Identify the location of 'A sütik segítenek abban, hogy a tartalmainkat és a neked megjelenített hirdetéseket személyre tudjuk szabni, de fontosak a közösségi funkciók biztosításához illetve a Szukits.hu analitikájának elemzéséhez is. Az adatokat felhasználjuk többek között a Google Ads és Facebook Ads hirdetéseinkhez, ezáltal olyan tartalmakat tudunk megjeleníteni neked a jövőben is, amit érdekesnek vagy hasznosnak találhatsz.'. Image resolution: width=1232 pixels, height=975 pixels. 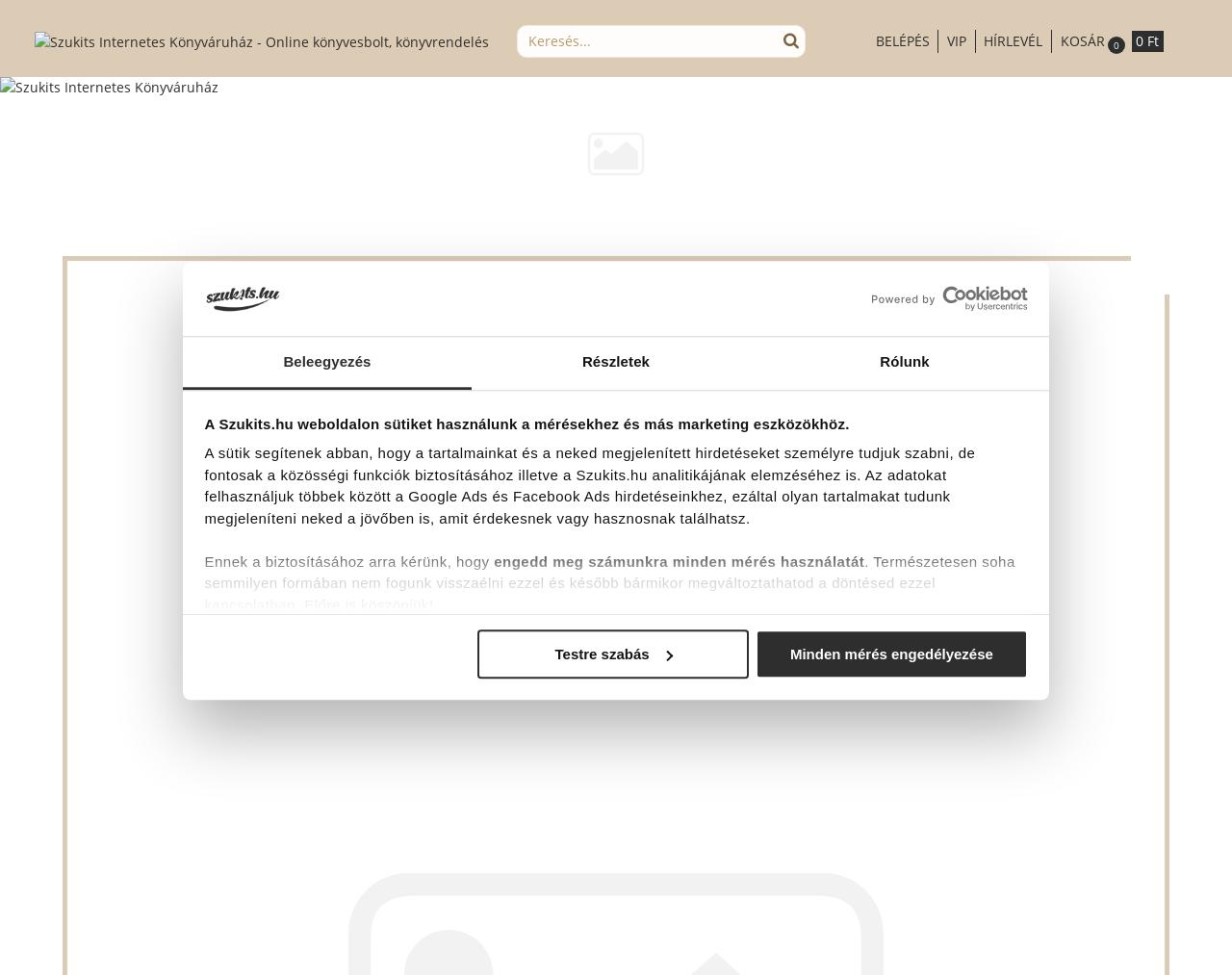
(203, 484).